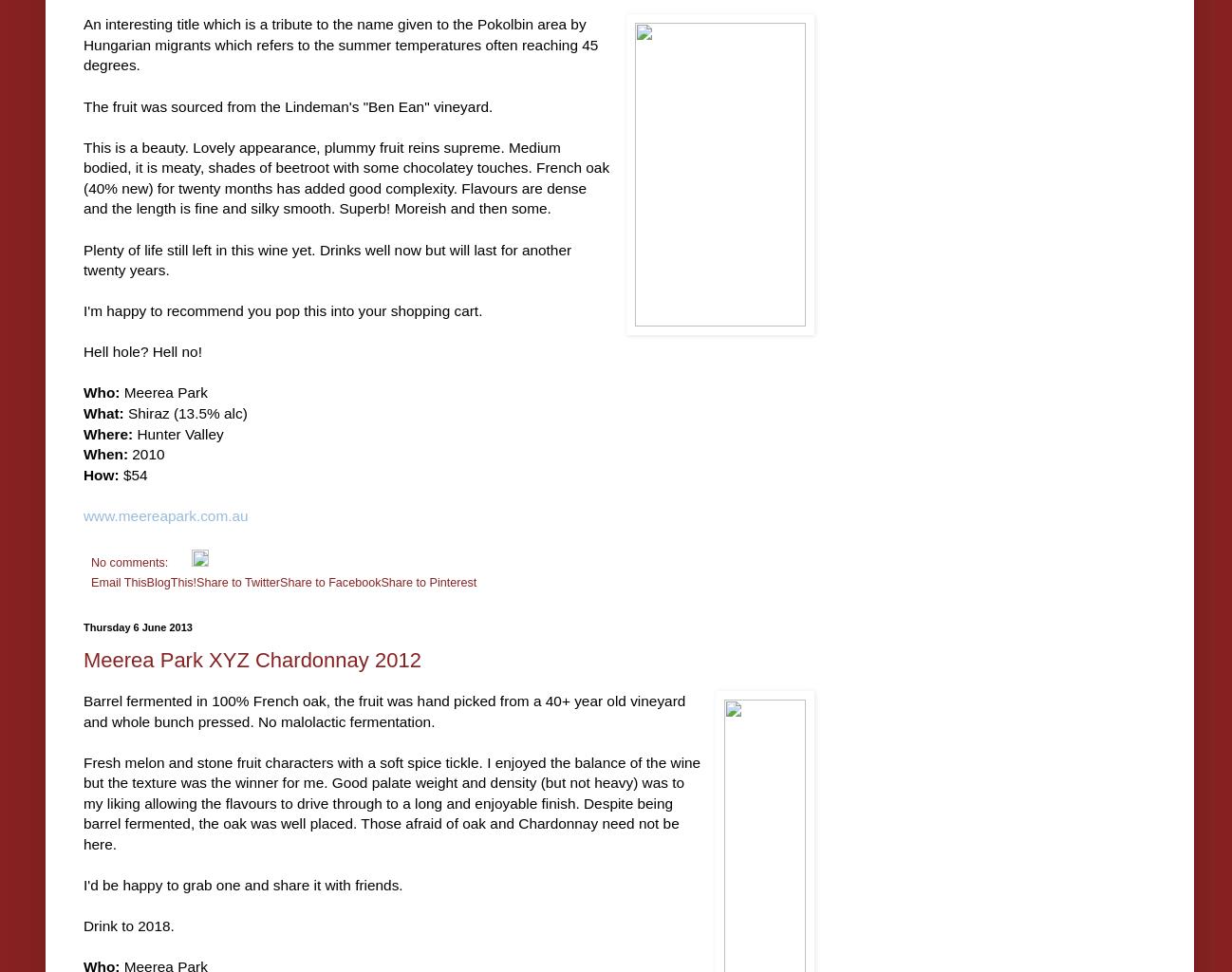 The width and height of the screenshot is (1232, 972). What do you see at coordinates (341, 44) in the screenshot?
I see `'An interesting title which is a tribute to the name given to the Pokolbin area by Hungarian migrants which refers to the summer temperatures often reaching 45 degrees.'` at bounding box center [341, 44].